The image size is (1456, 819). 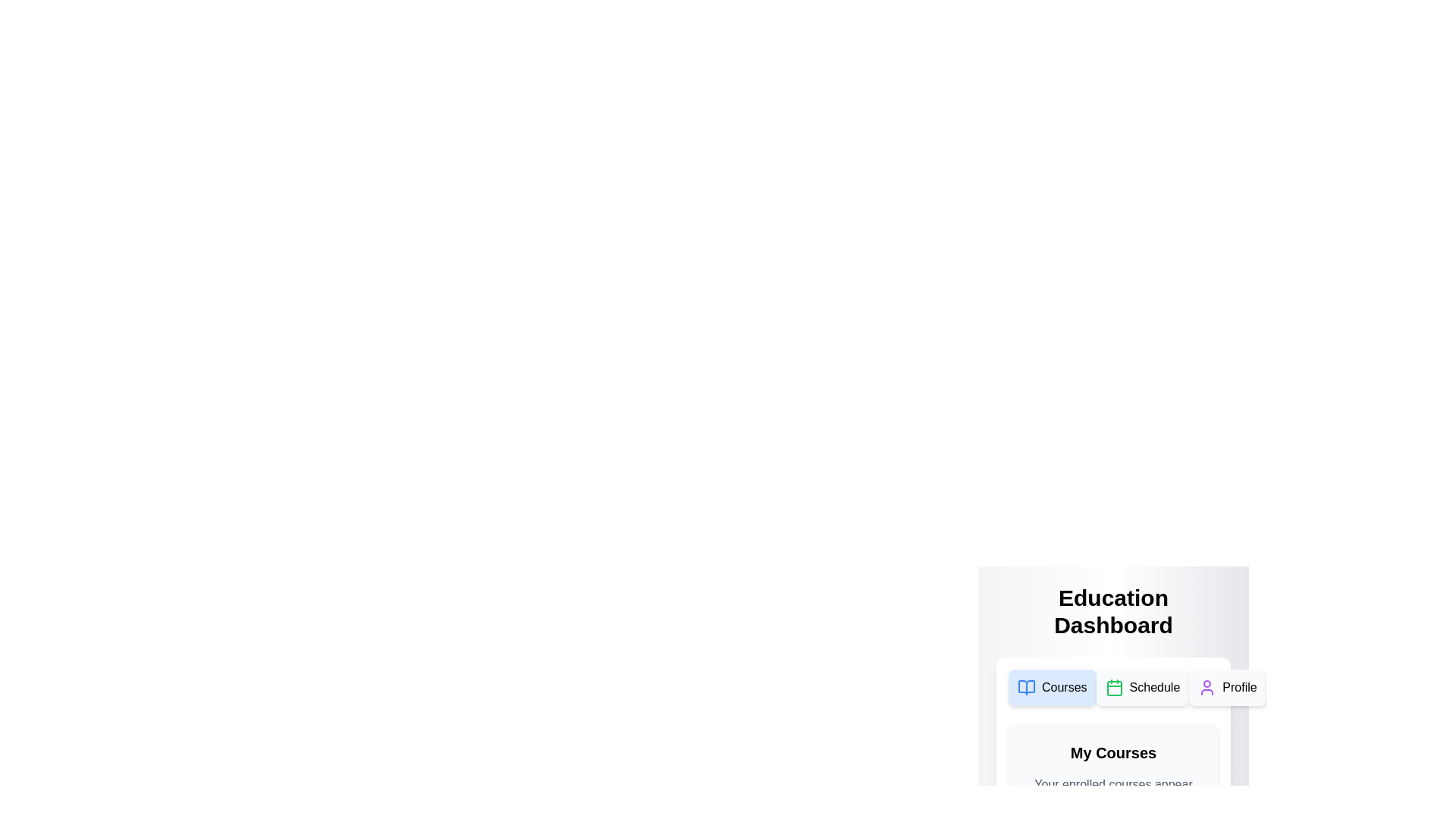 I want to click on the 'Courses' icon located within the light blue rounded rectangle button on the 'Education Dashboard', so click(x=1026, y=687).